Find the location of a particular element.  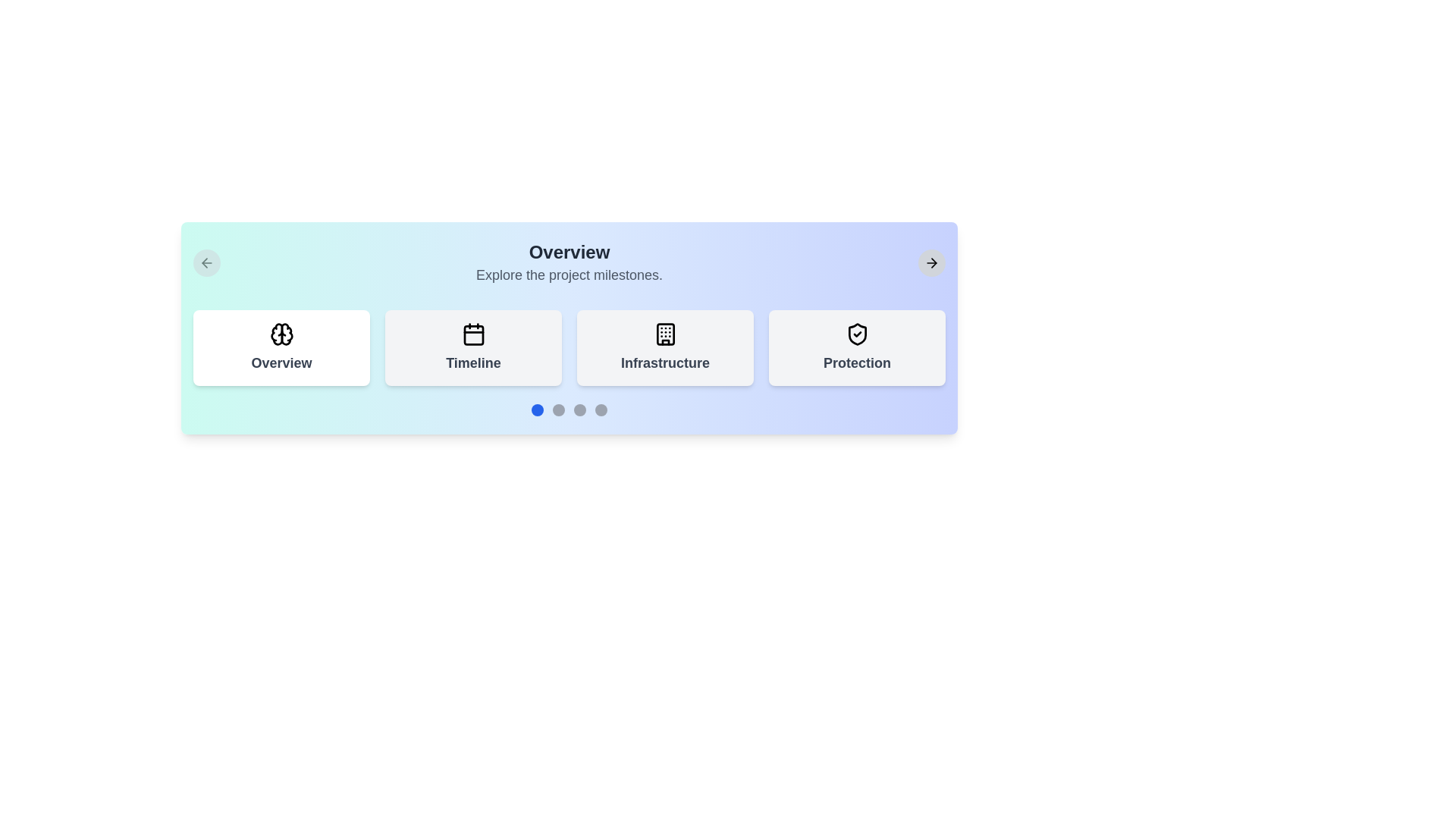

the 'Timeline' card, which is the second card in a row of four elements, located between the 'Overview' and 'Infrastructure' cards is located at coordinates (472, 348).